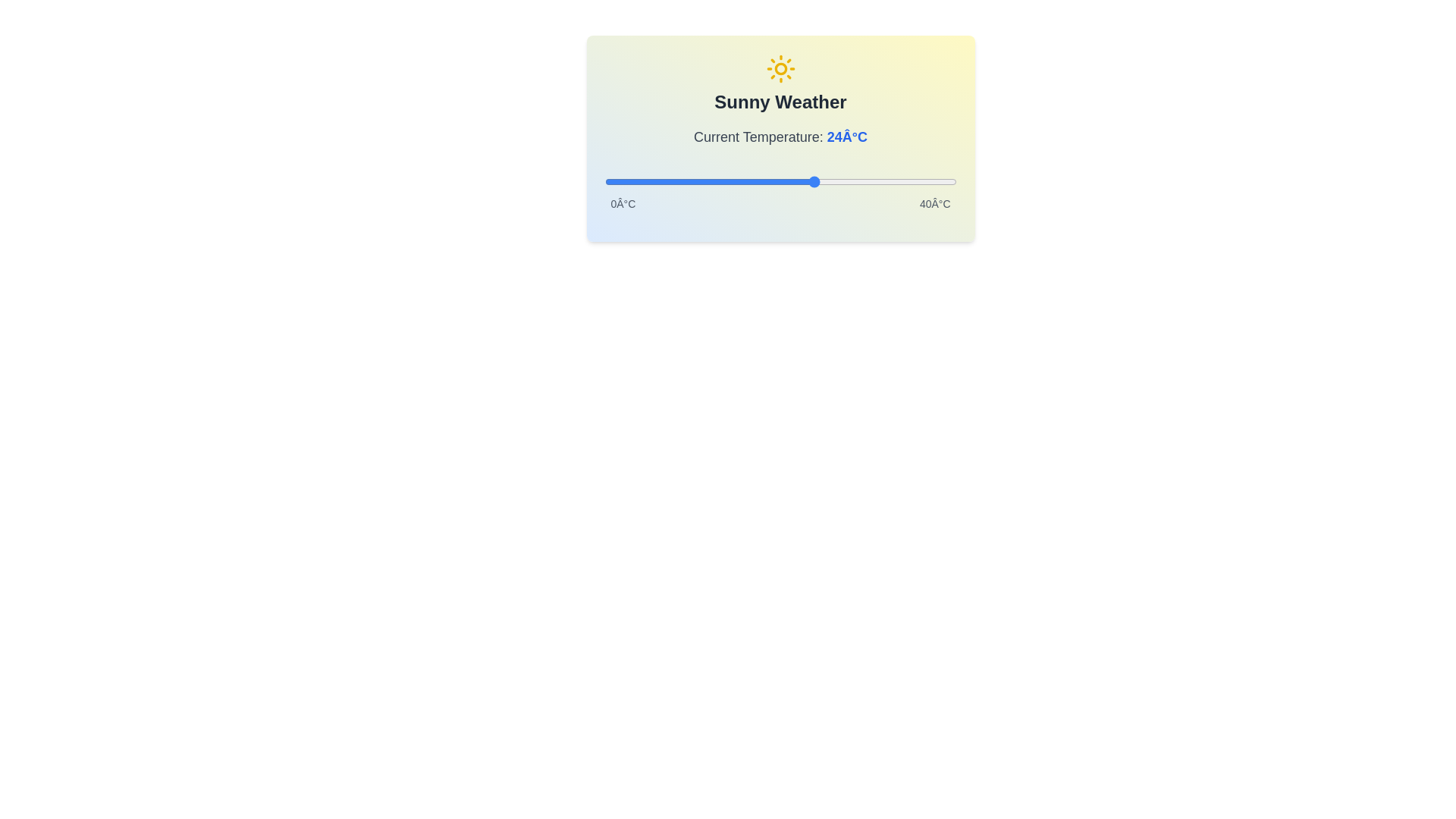  Describe the element at coordinates (718, 180) in the screenshot. I see `the temperature slider` at that location.